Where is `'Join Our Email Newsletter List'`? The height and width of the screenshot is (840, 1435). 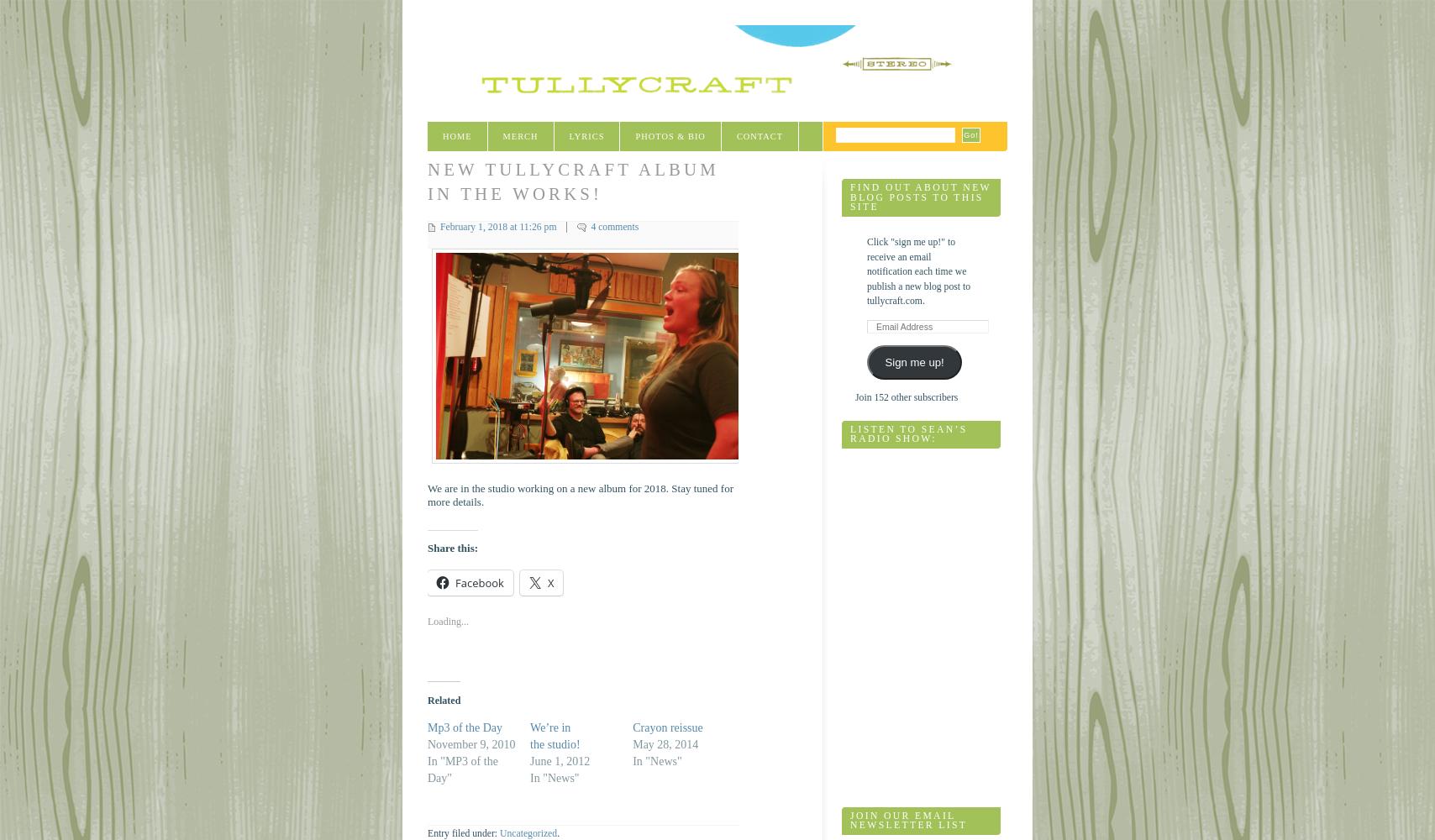 'Join Our Email Newsletter List' is located at coordinates (908, 819).